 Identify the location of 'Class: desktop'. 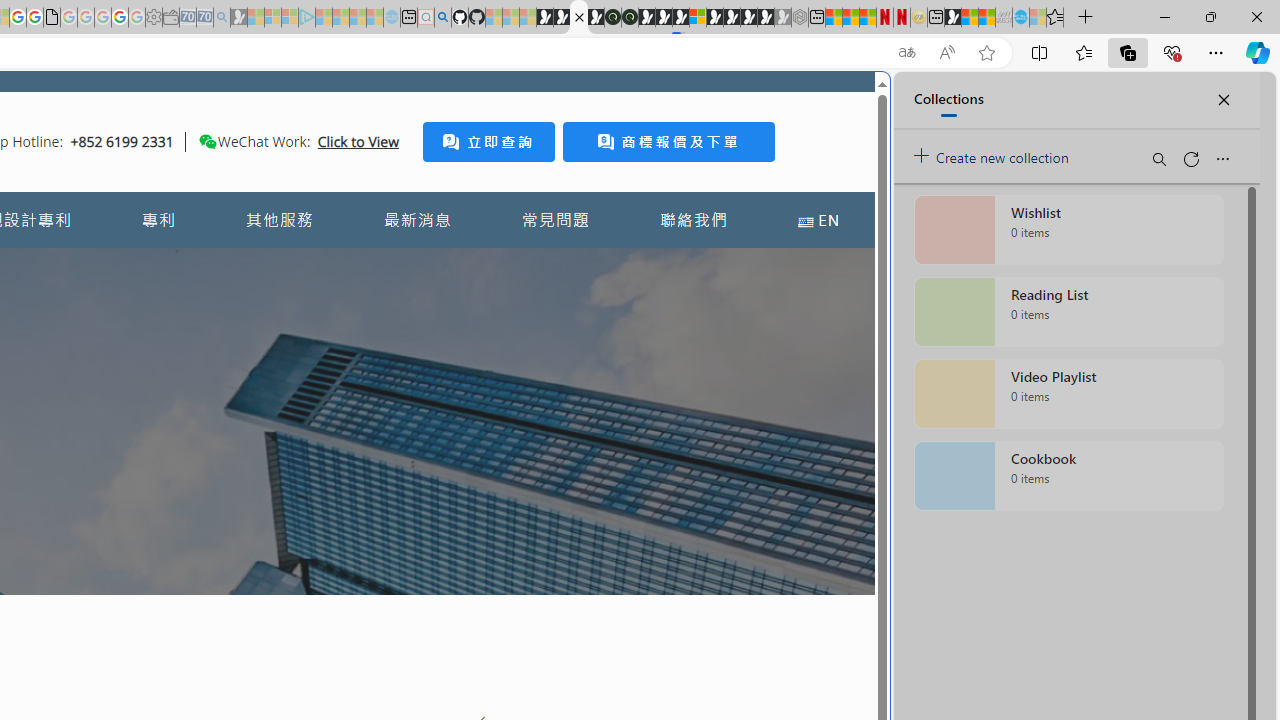
(207, 140).